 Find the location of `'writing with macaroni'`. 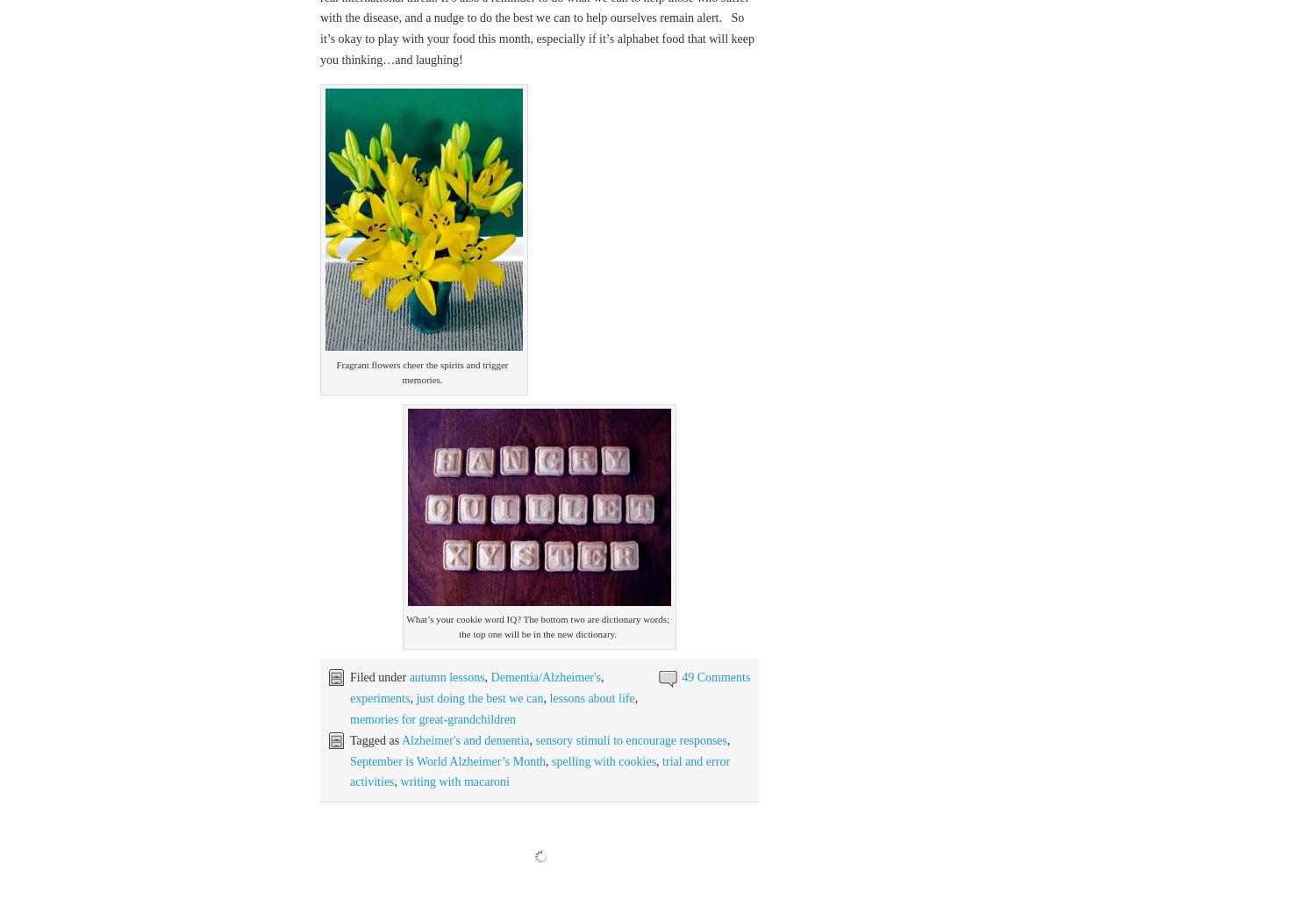

'writing with macaroni' is located at coordinates (454, 781).